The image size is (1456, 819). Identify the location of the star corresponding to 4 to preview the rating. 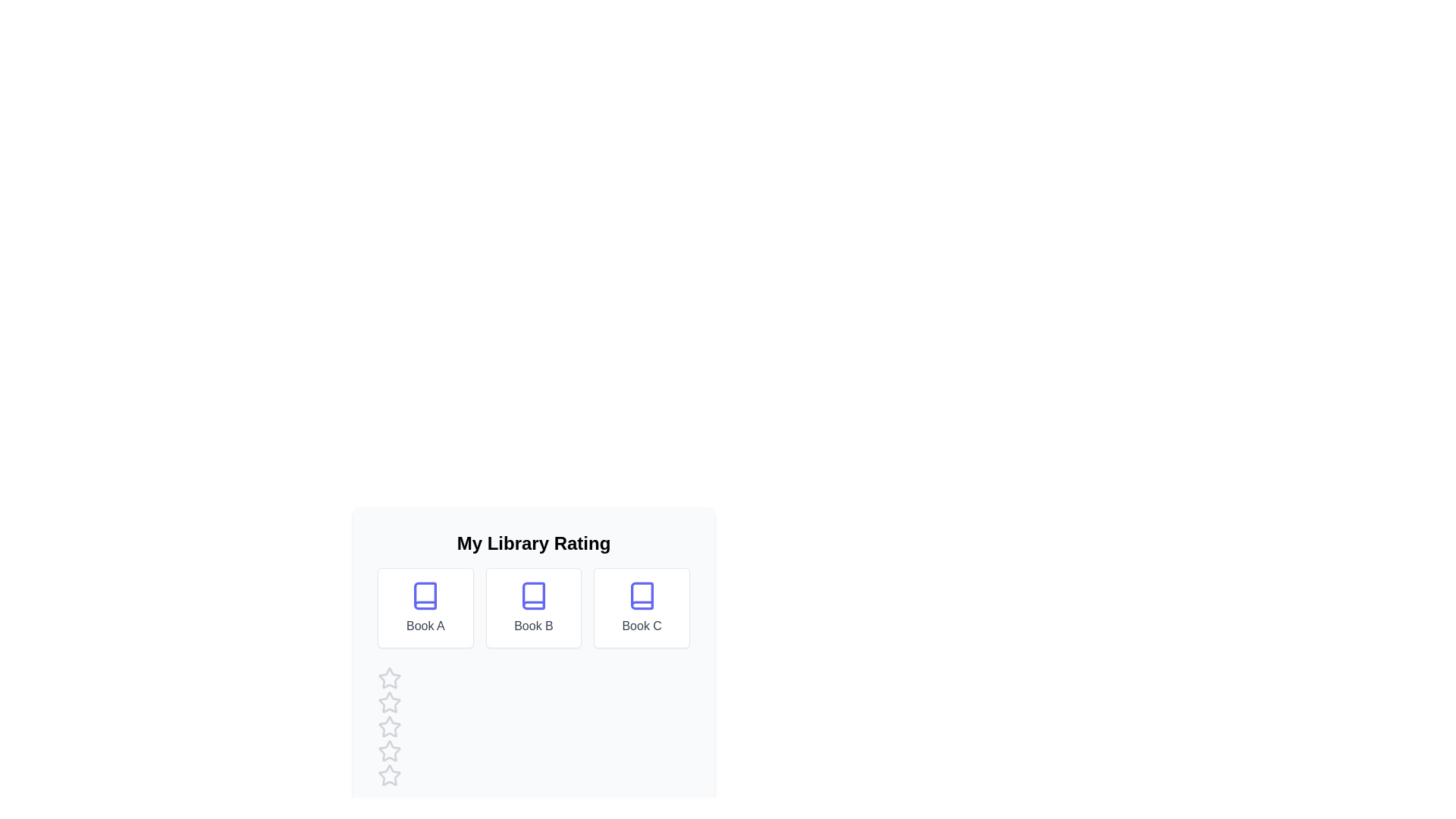
(389, 752).